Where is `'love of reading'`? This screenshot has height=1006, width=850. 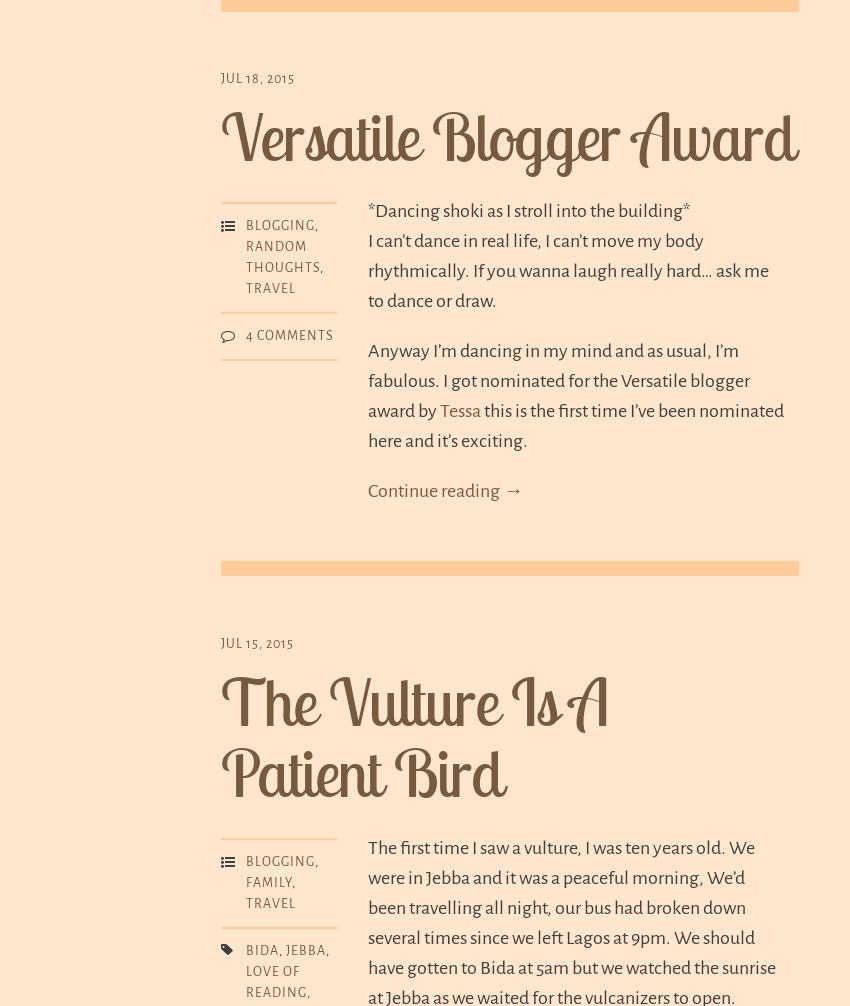
'love of reading' is located at coordinates (275, 981).